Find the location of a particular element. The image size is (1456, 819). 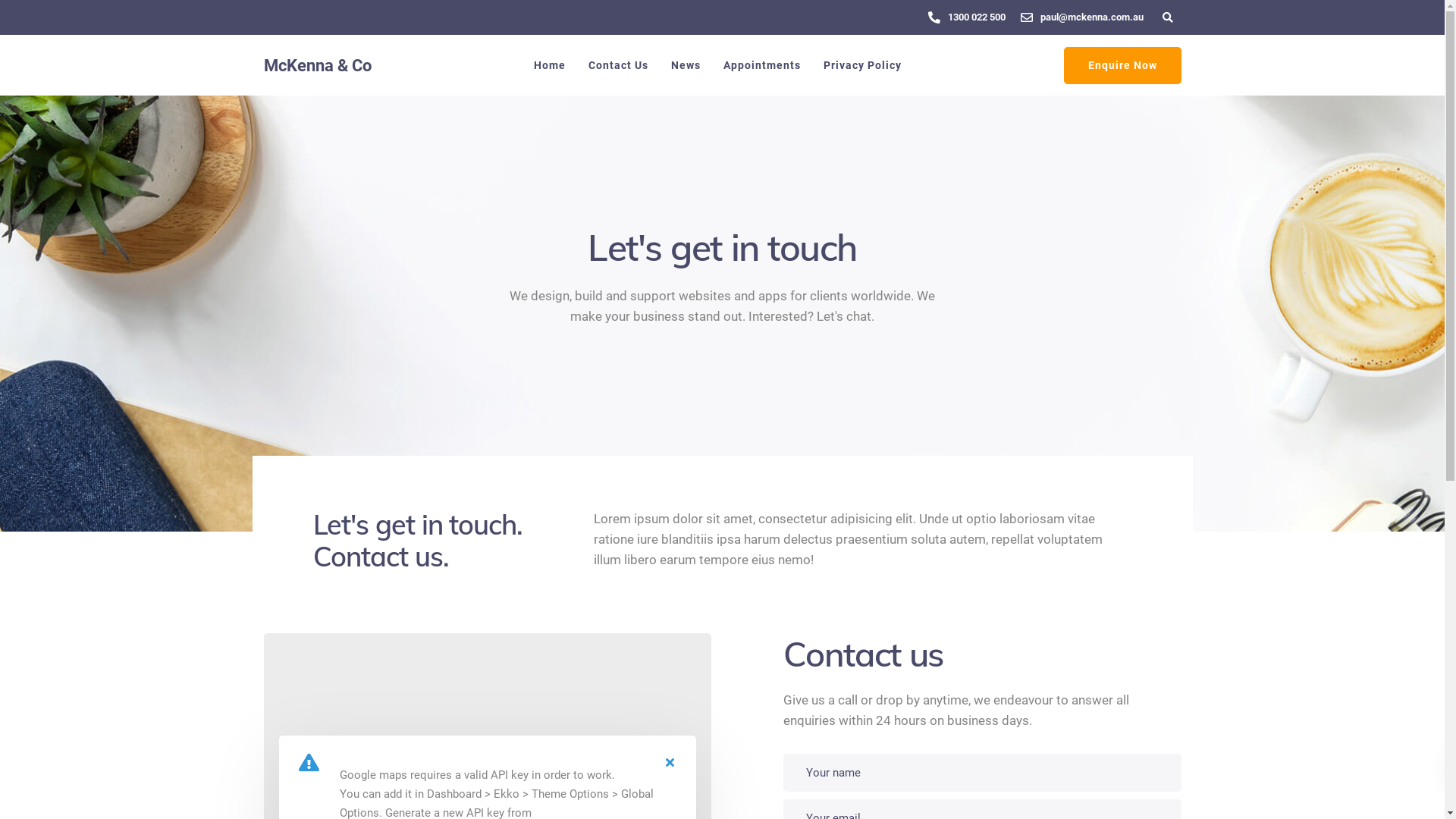

'Enquire Now' is located at coordinates (1122, 64).